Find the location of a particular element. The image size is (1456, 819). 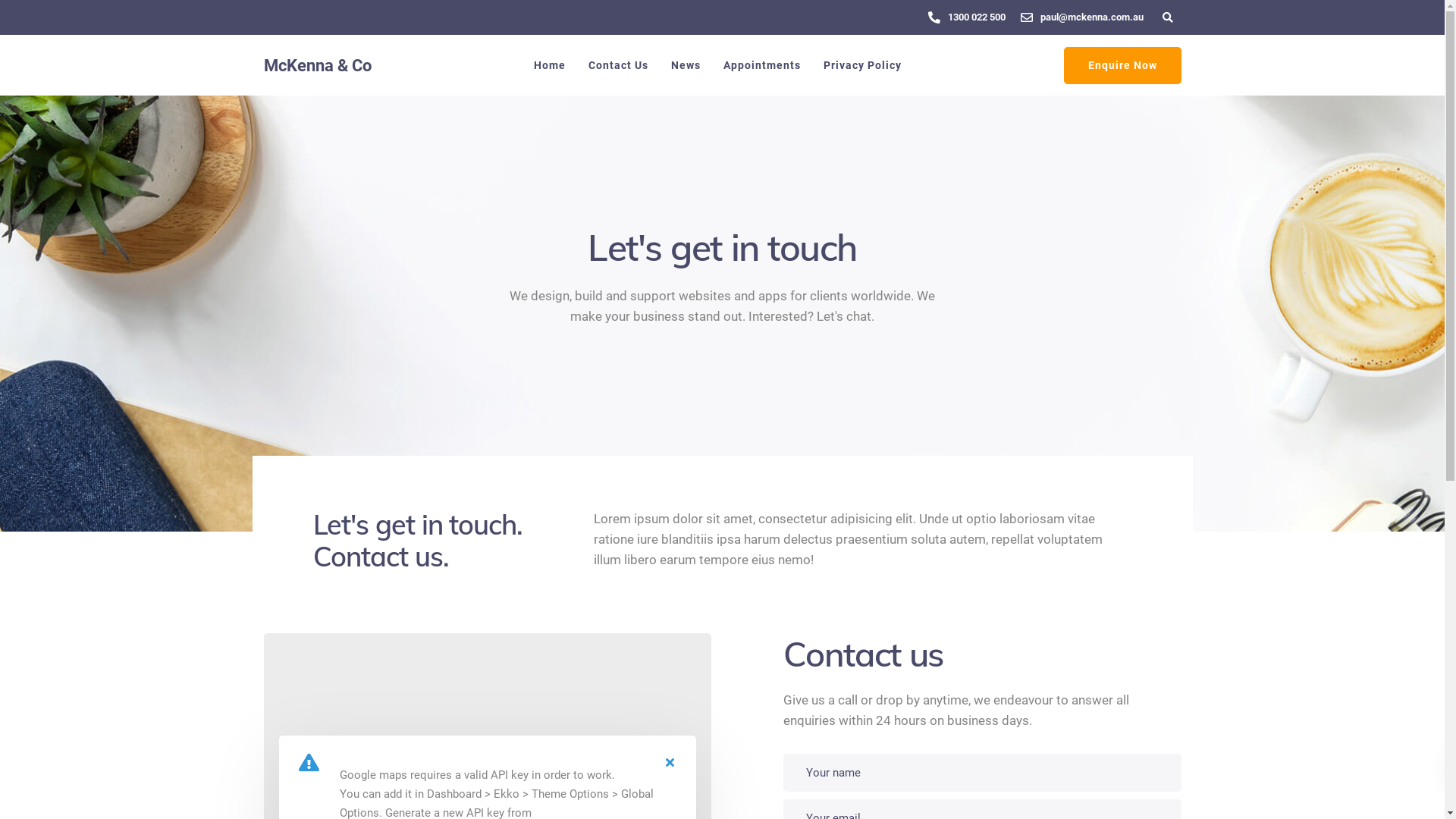

'Enquire Now' is located at coordinates (1122, 64).